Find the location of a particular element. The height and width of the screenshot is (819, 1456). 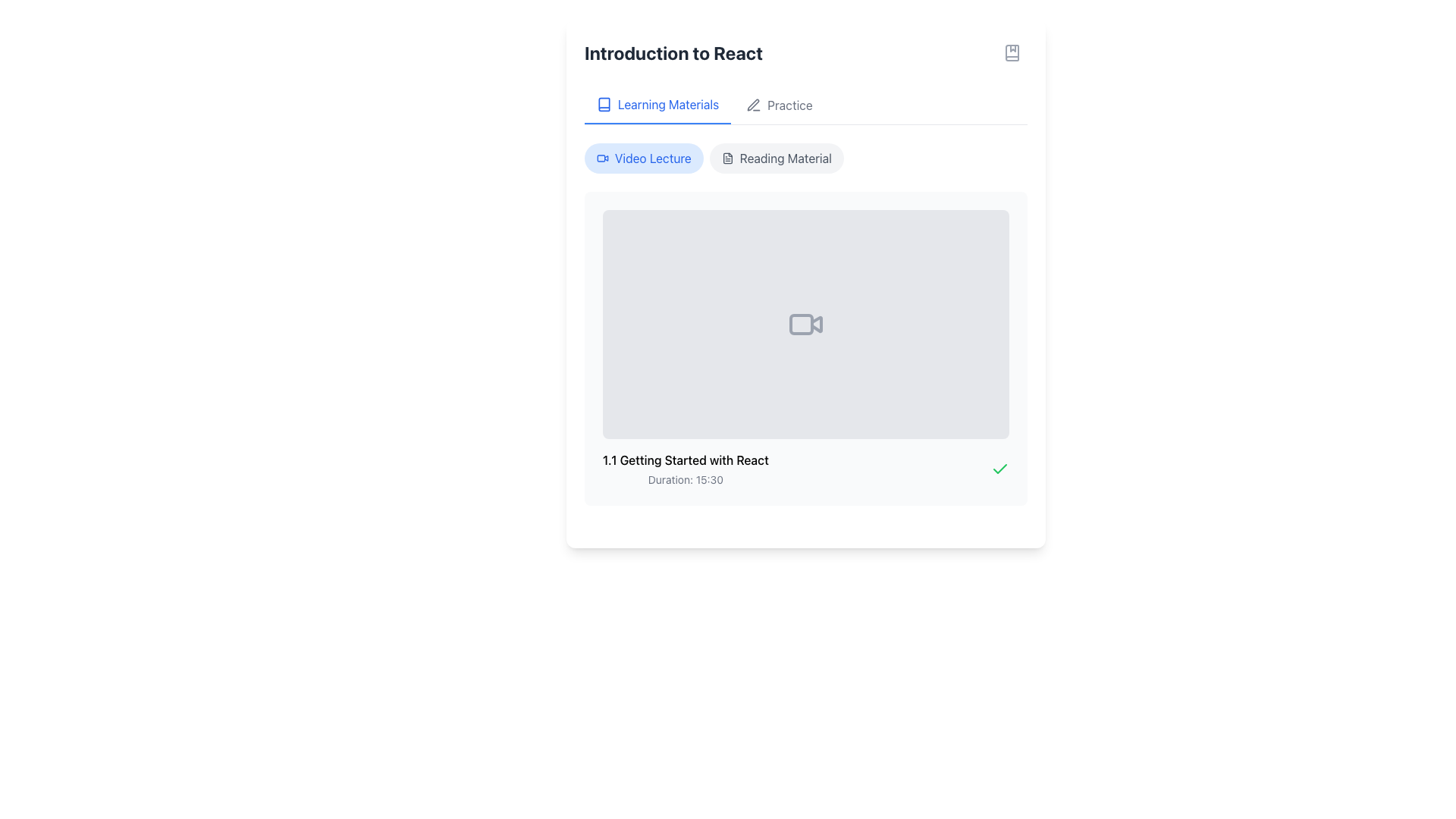

the 'Practice' text label, which is located at the rightmost position among selectable options near the top center of the page, following a pen icon is located at coordinates (789, 104).